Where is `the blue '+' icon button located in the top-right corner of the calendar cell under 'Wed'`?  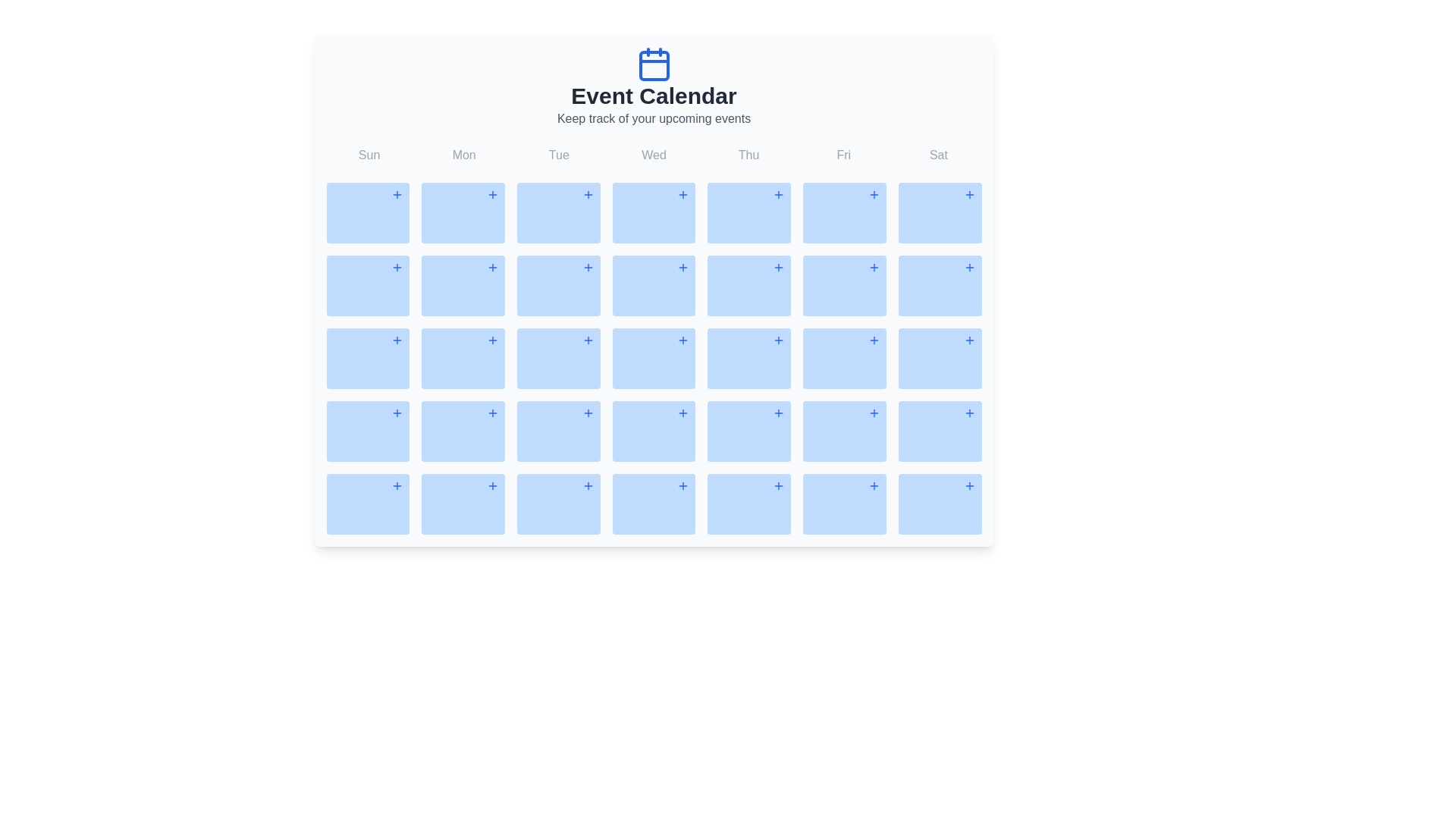 the blue '+' icon button located in the top-right corner of the calendar cell under 'Wed' is located at coordinates (682, 194).